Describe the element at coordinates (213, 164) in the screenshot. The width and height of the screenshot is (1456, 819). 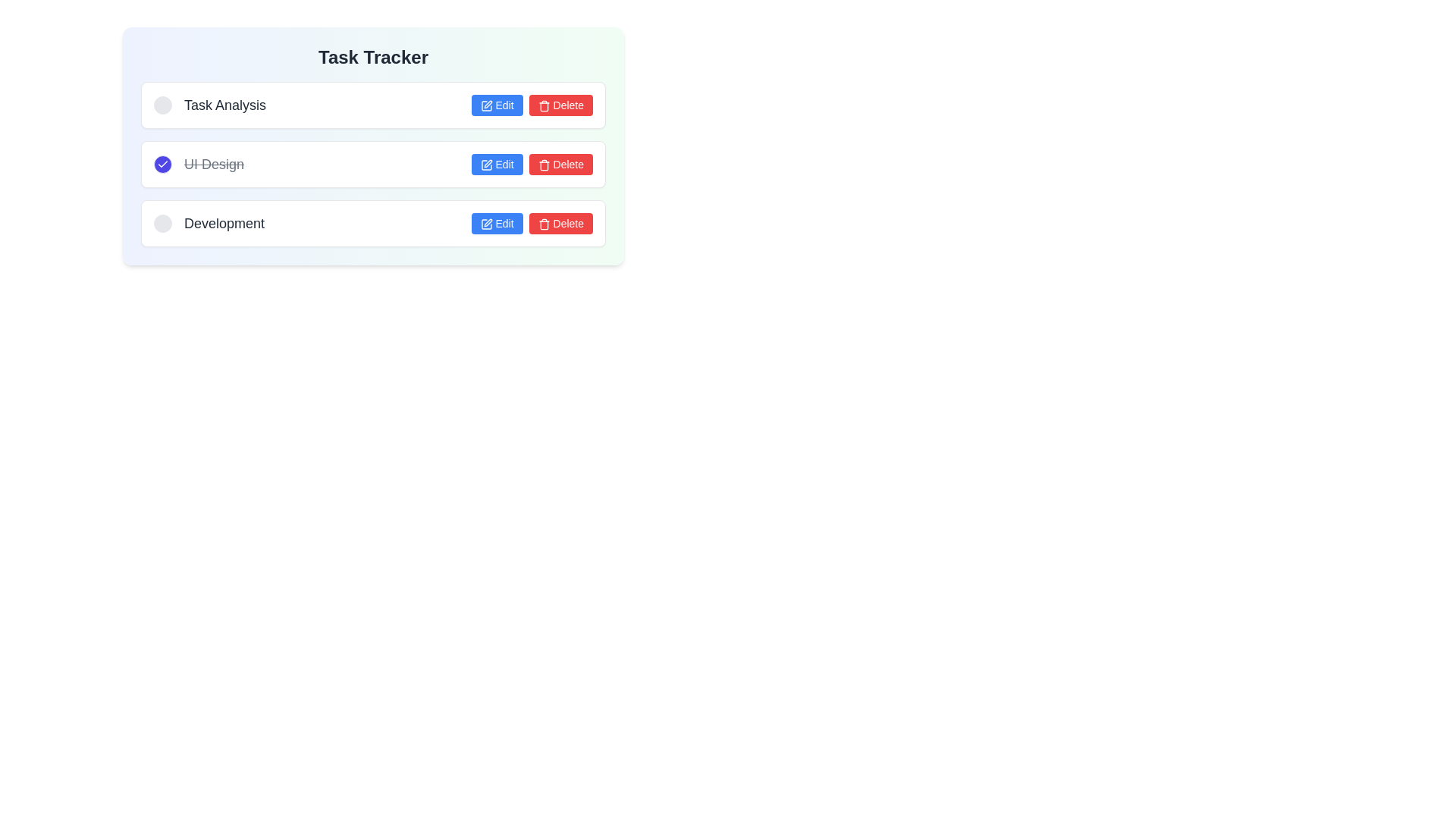
I see `the text label for the task marked 'UI Design', which is part of the second task item in the task tracker interface` at that location.